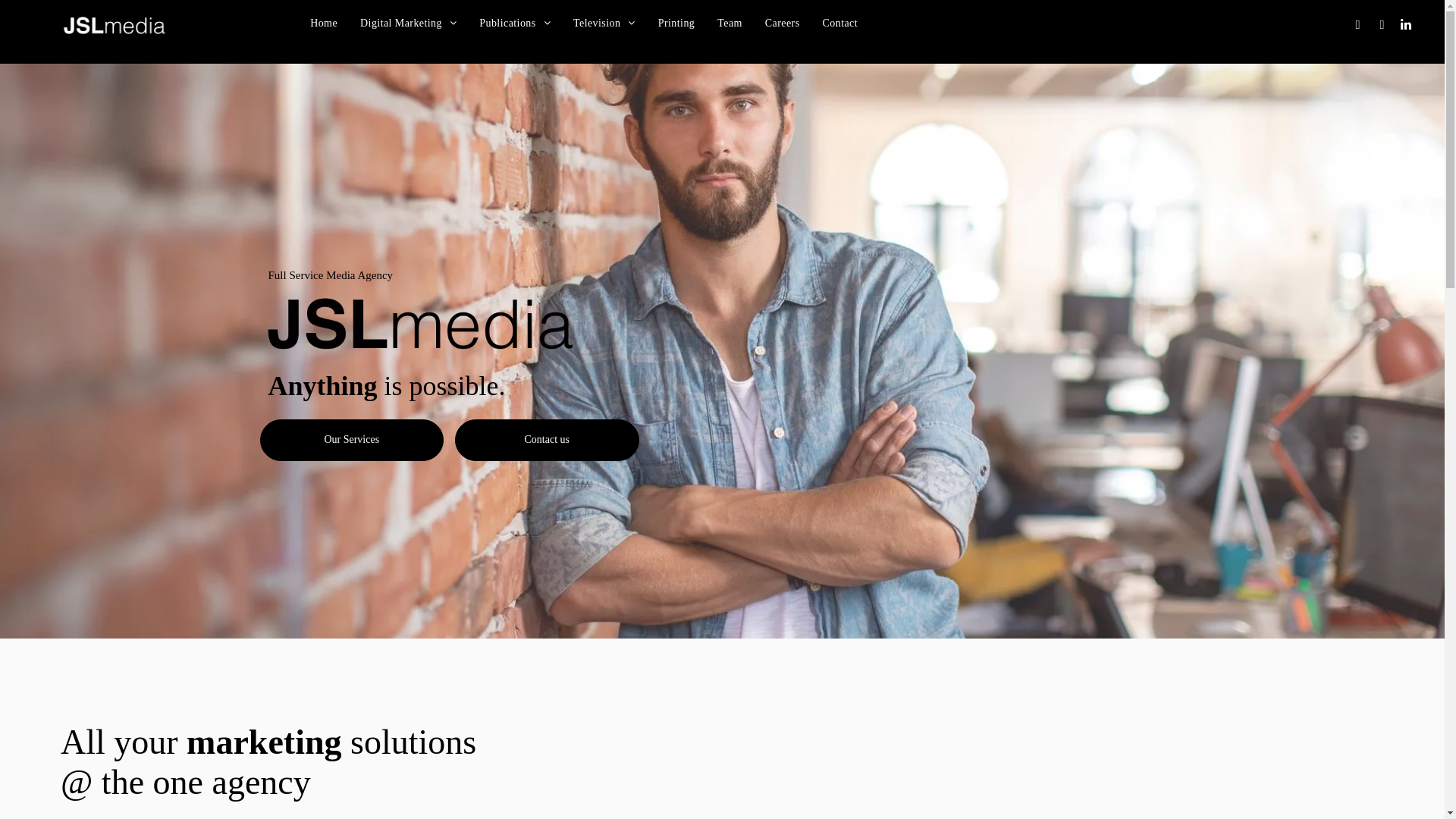  What do you see at coordinates (350, 440) in the screenshot?
I see `'Our Services'` at bounding box center [350, 440].